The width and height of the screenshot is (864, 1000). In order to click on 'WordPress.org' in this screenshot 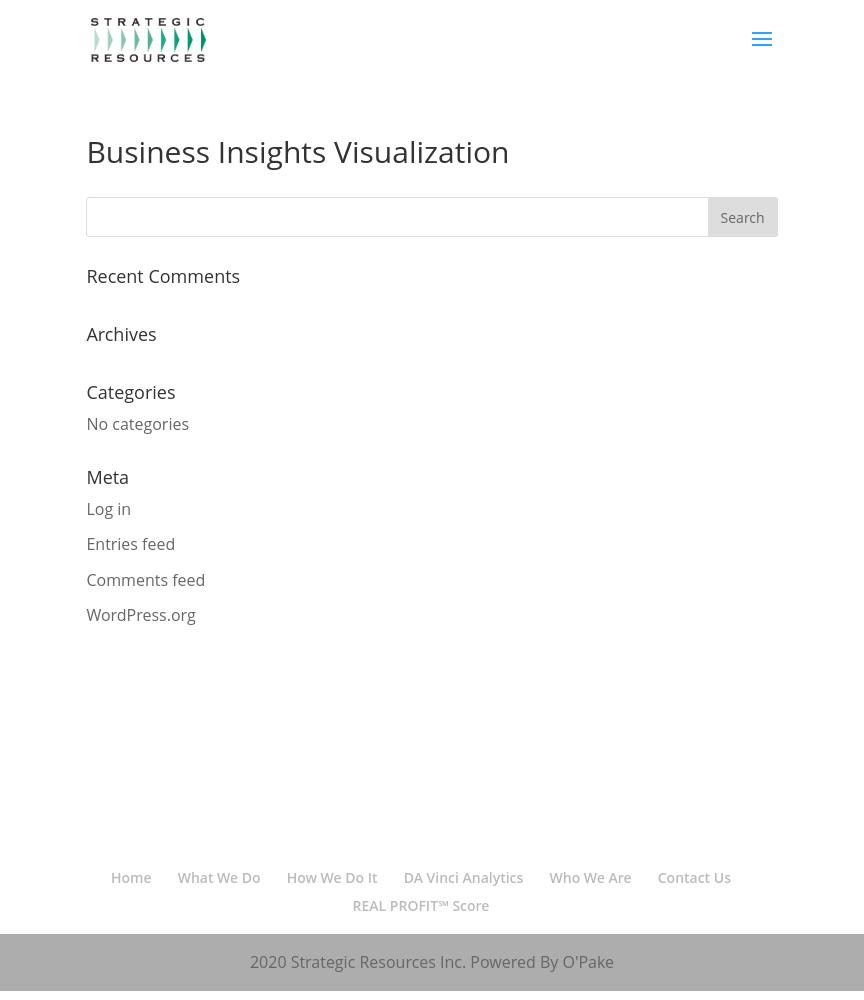, I will do `click(139, 613)`.